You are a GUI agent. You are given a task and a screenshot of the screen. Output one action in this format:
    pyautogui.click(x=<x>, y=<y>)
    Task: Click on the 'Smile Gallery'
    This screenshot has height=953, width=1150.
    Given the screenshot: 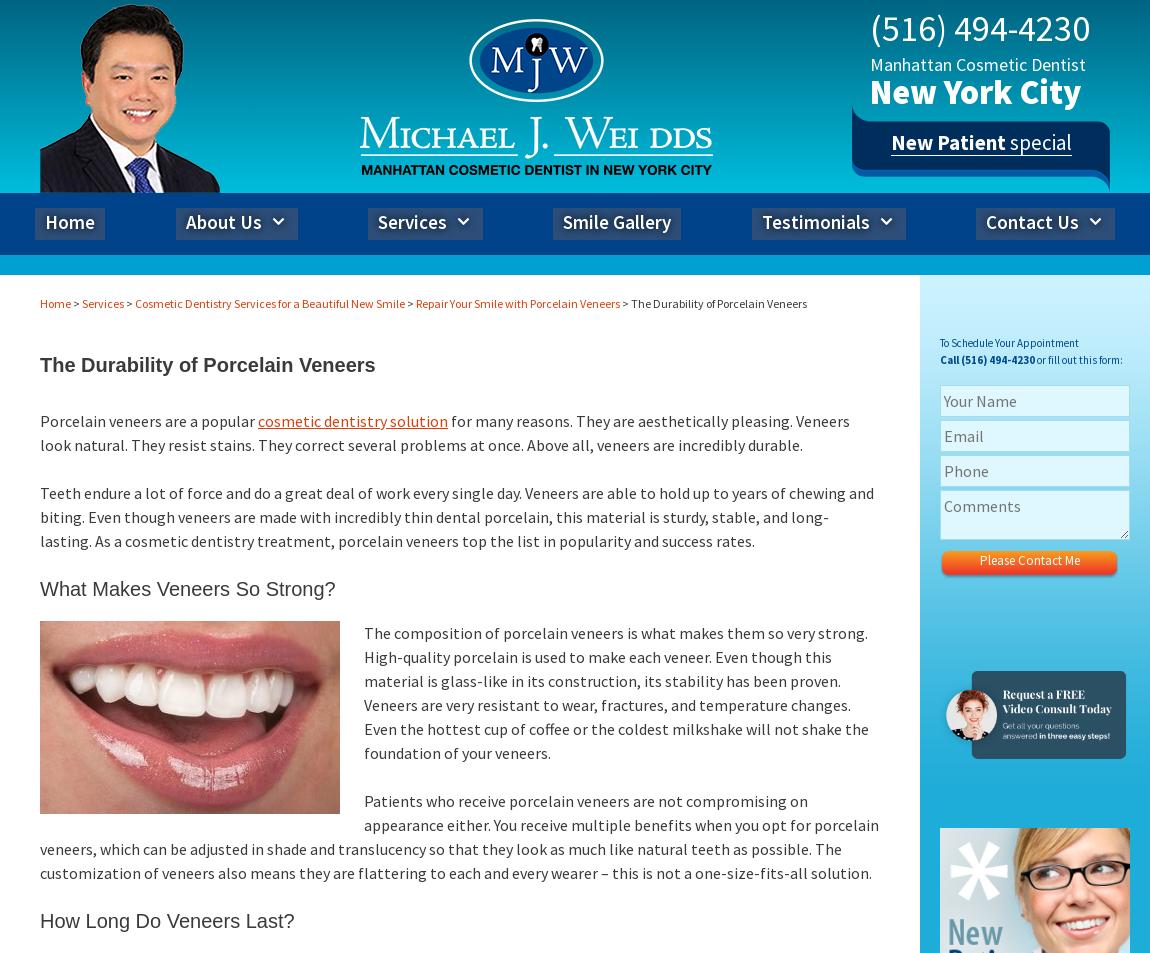 What is the action you would take?
    pyautogui.click(x=563, y=220)
    